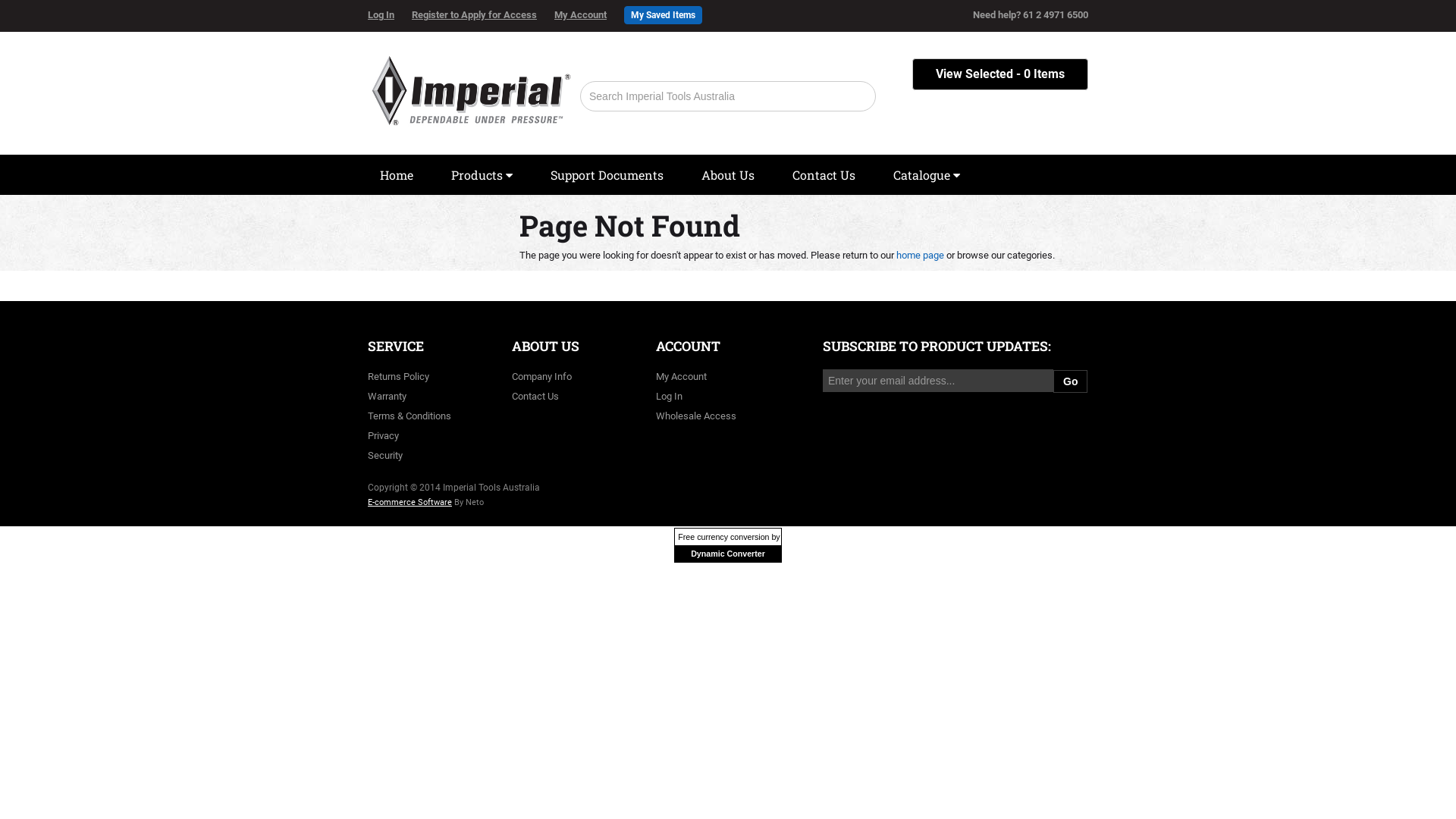  I want to click on 'Log In', so click(668, 395).